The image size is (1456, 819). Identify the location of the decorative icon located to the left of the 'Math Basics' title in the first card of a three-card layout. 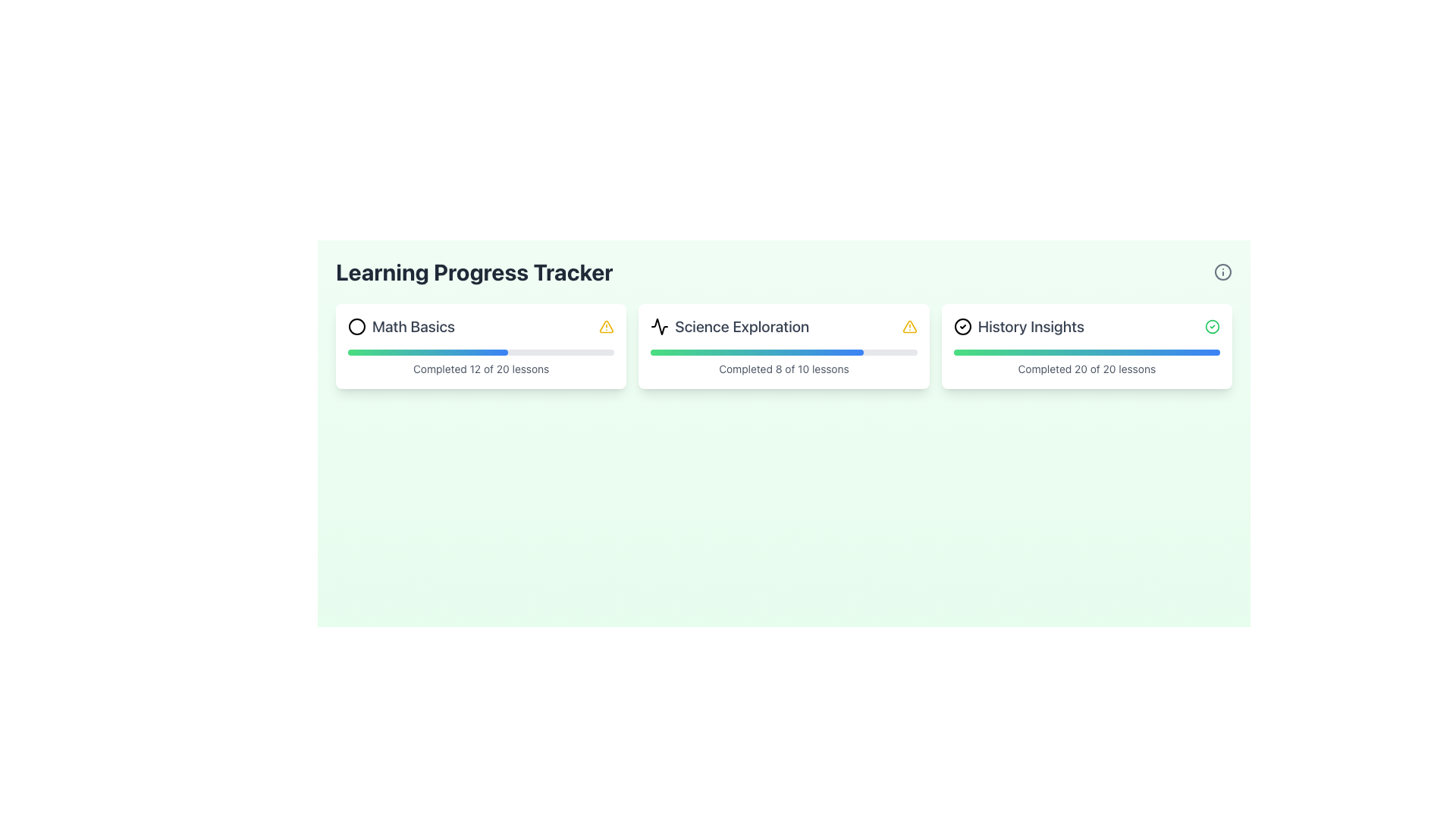
(356, 326).